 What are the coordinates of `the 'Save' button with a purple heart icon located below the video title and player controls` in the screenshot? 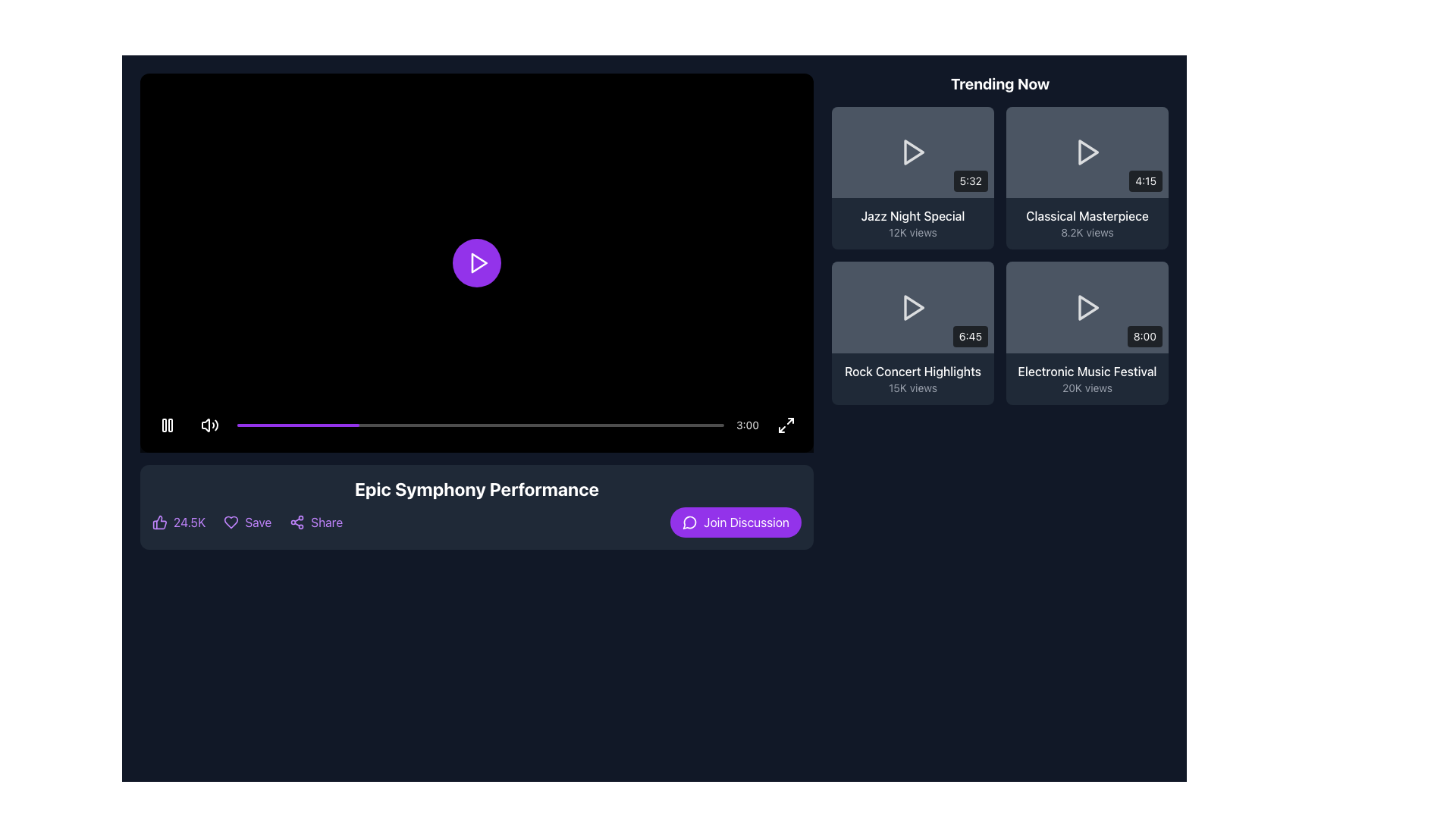 It's located at (247, 521).